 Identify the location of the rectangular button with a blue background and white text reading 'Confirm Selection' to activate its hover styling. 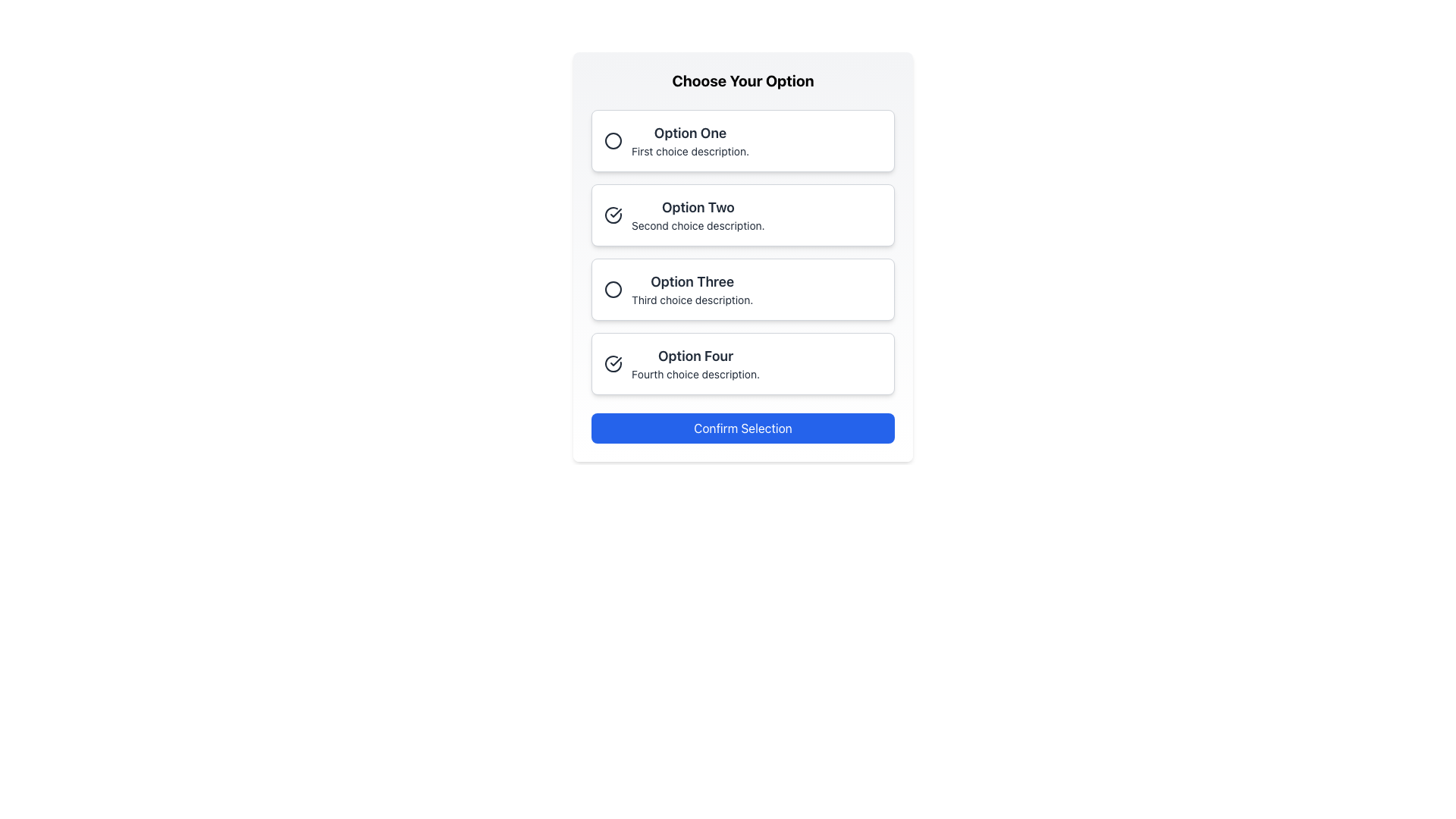
(742, 428).